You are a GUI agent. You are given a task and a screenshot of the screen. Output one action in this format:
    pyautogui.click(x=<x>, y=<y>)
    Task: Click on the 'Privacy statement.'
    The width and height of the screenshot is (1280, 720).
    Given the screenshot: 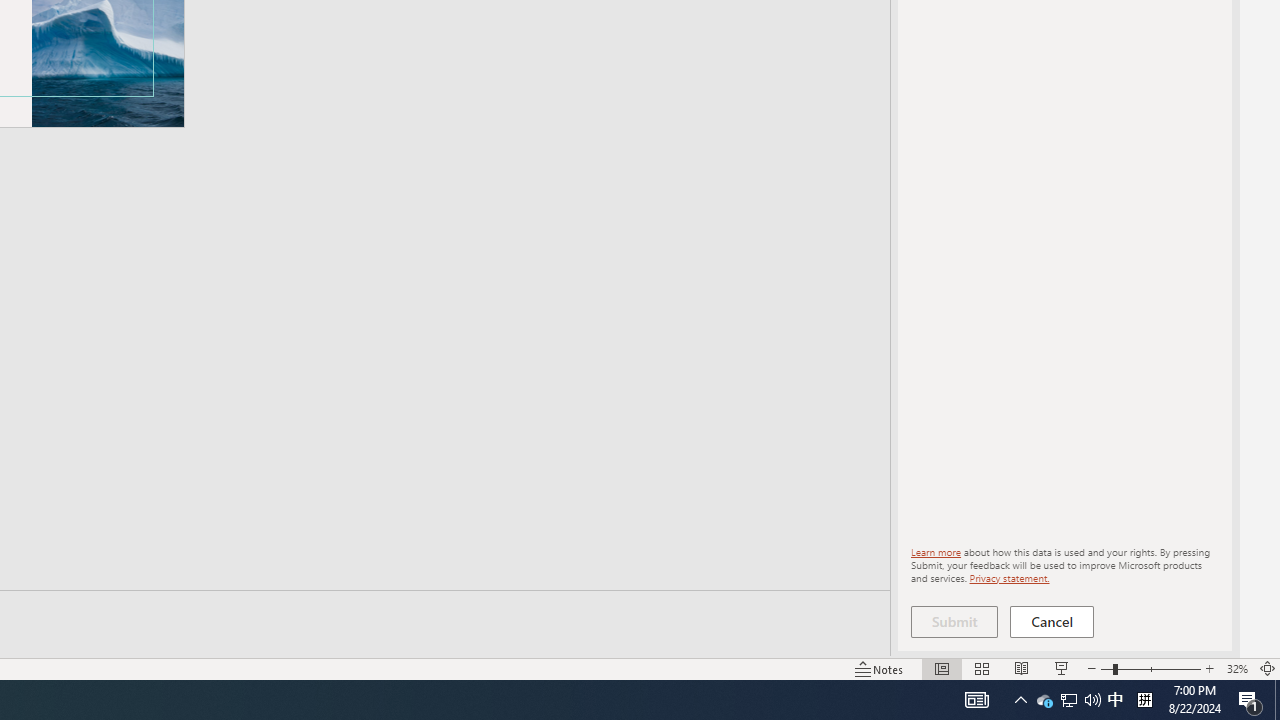 What is the action you would take?
    pyautogui.click(x=1009, y=577)
    